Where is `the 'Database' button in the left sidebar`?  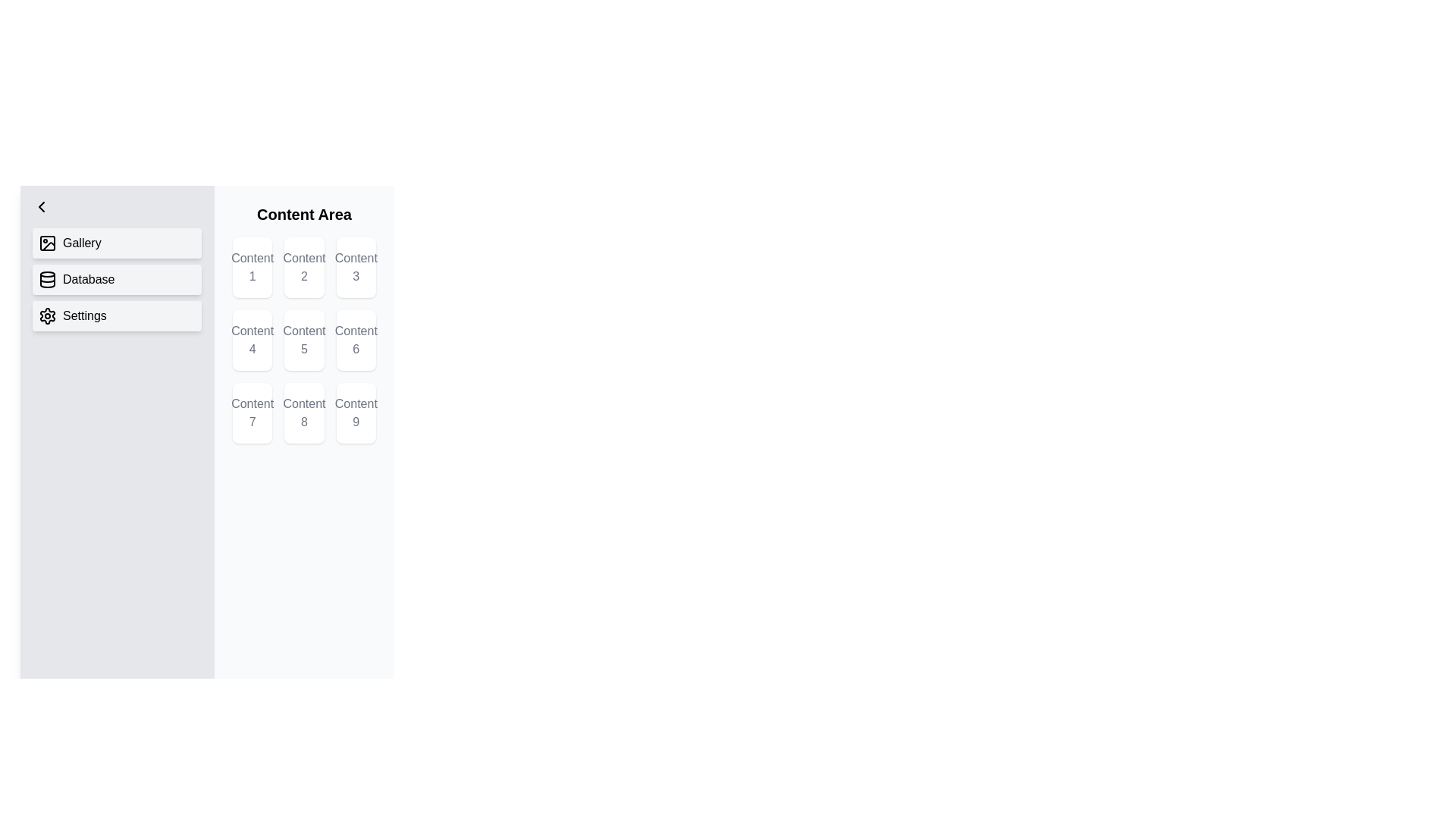 the 'Database' button in the left sidebar is located at coordinates (88, 280).